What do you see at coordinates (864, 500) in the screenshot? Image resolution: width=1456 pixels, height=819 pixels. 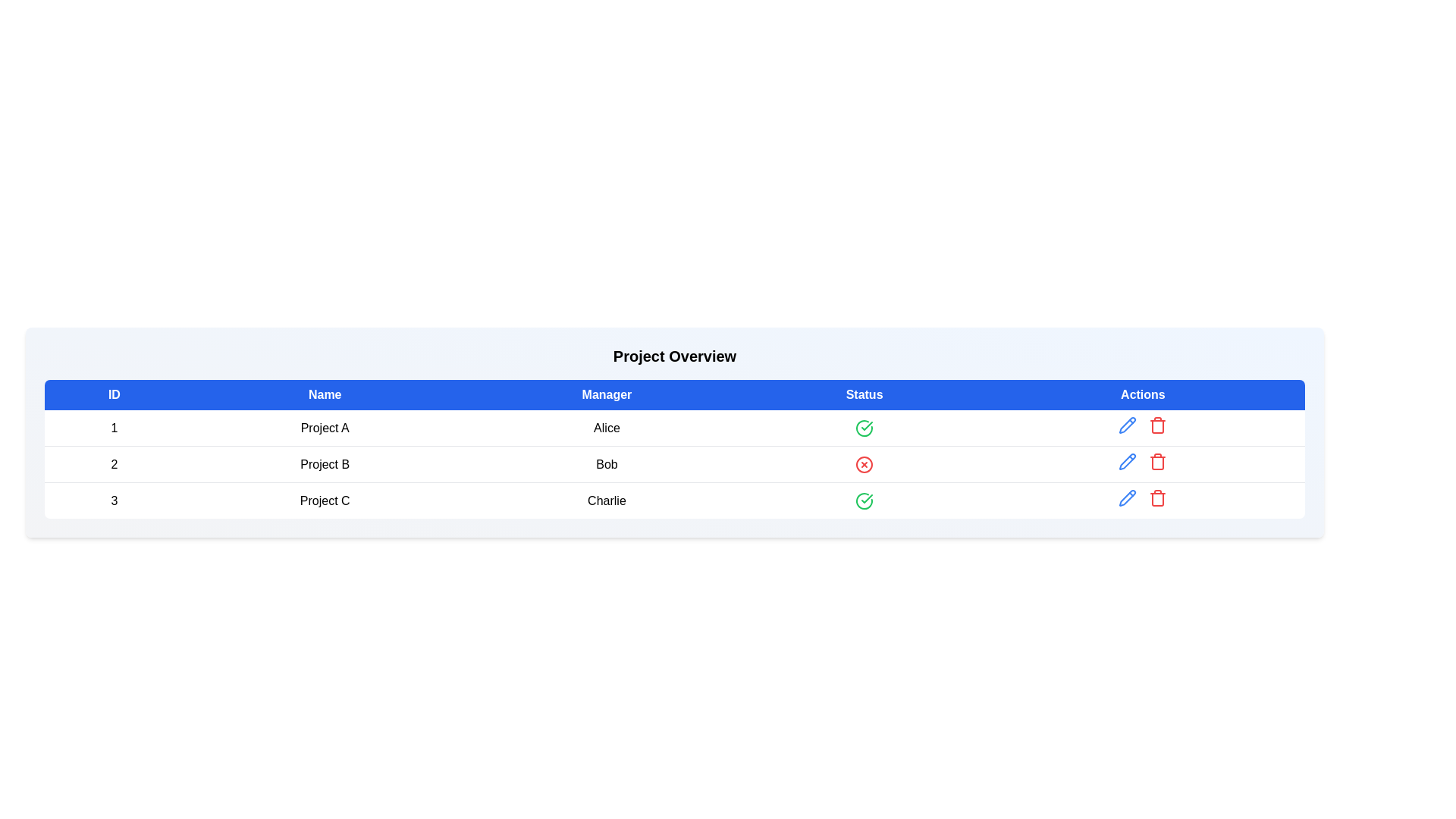 I see `the green checkmark status indicator located in the 'Status' column of the third row in the table, which corresponds to the project managed by 'Charlie'` at bounding box center [864, 500].